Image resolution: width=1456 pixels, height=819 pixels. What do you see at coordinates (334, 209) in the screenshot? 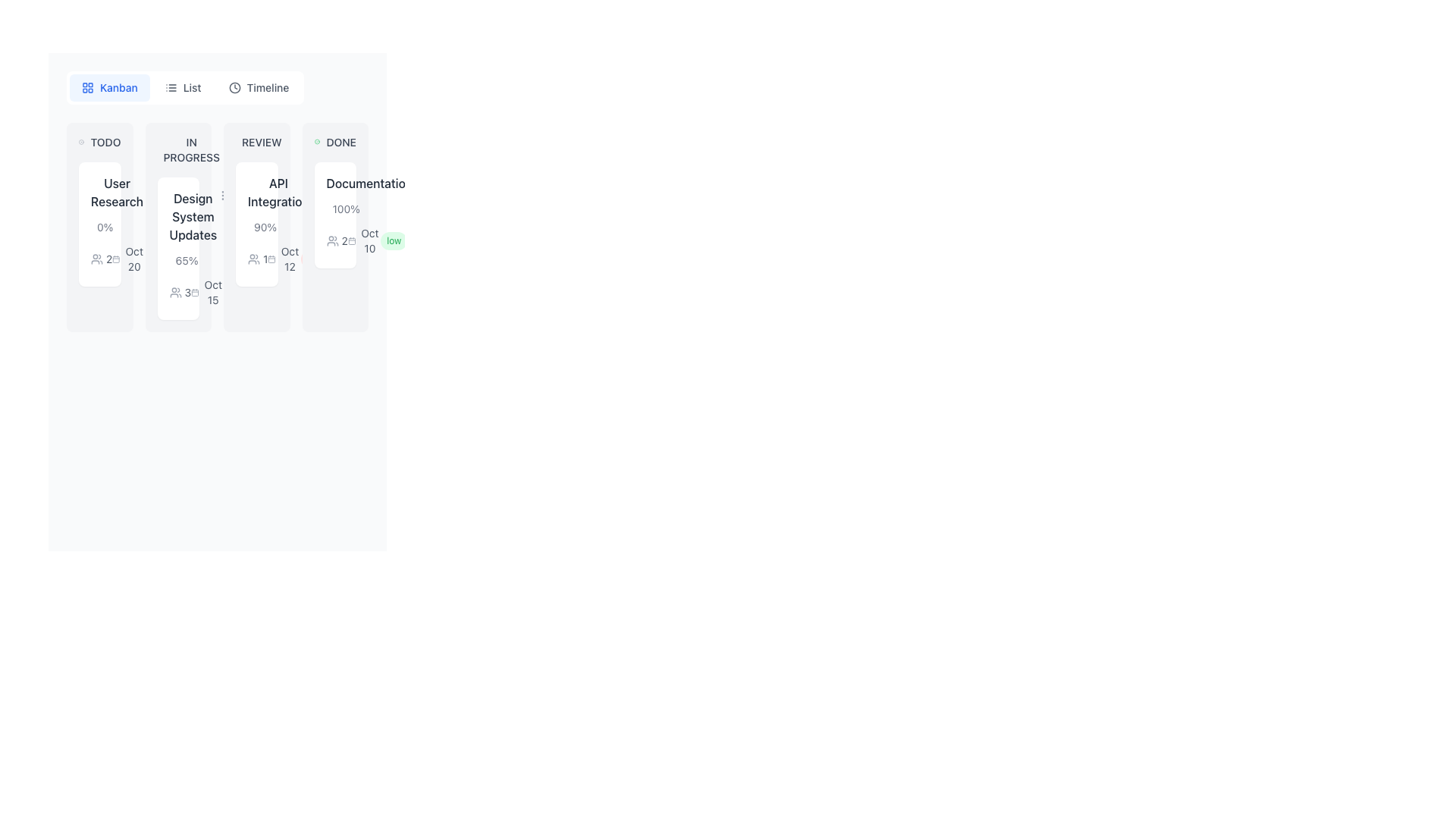
I see `the progress indicator label displaying the percentage value located near the top of the 'Documentation' card under the 'DONE' column in the Kanban view` at bounding box center [334, 209].